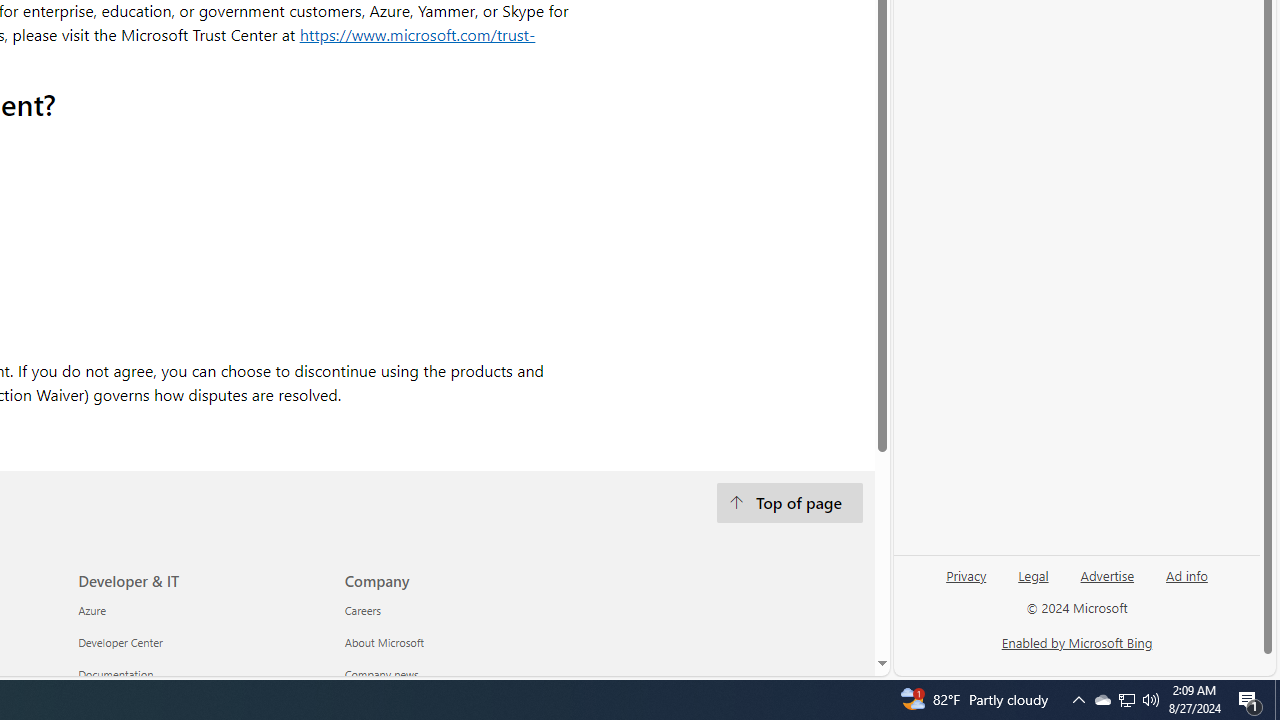 This screenshot has height=720, width=1280. I want to click on 'About Microsoft', so click(464, 643).